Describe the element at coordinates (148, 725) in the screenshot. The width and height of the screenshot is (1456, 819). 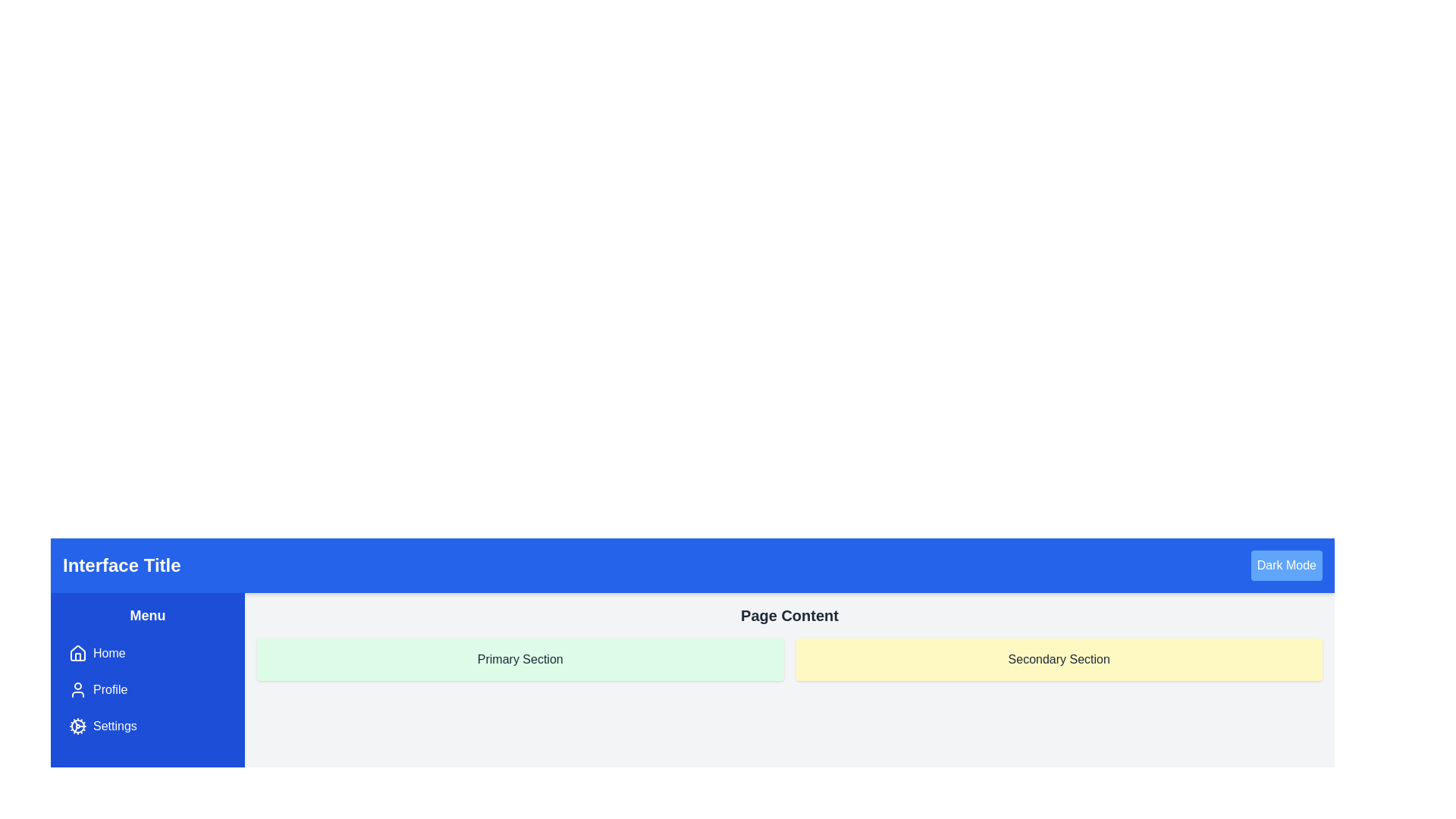
I see `the 'Settings' button located on the left sidebar, which is the third item in the vertical list of menu options` at that location.